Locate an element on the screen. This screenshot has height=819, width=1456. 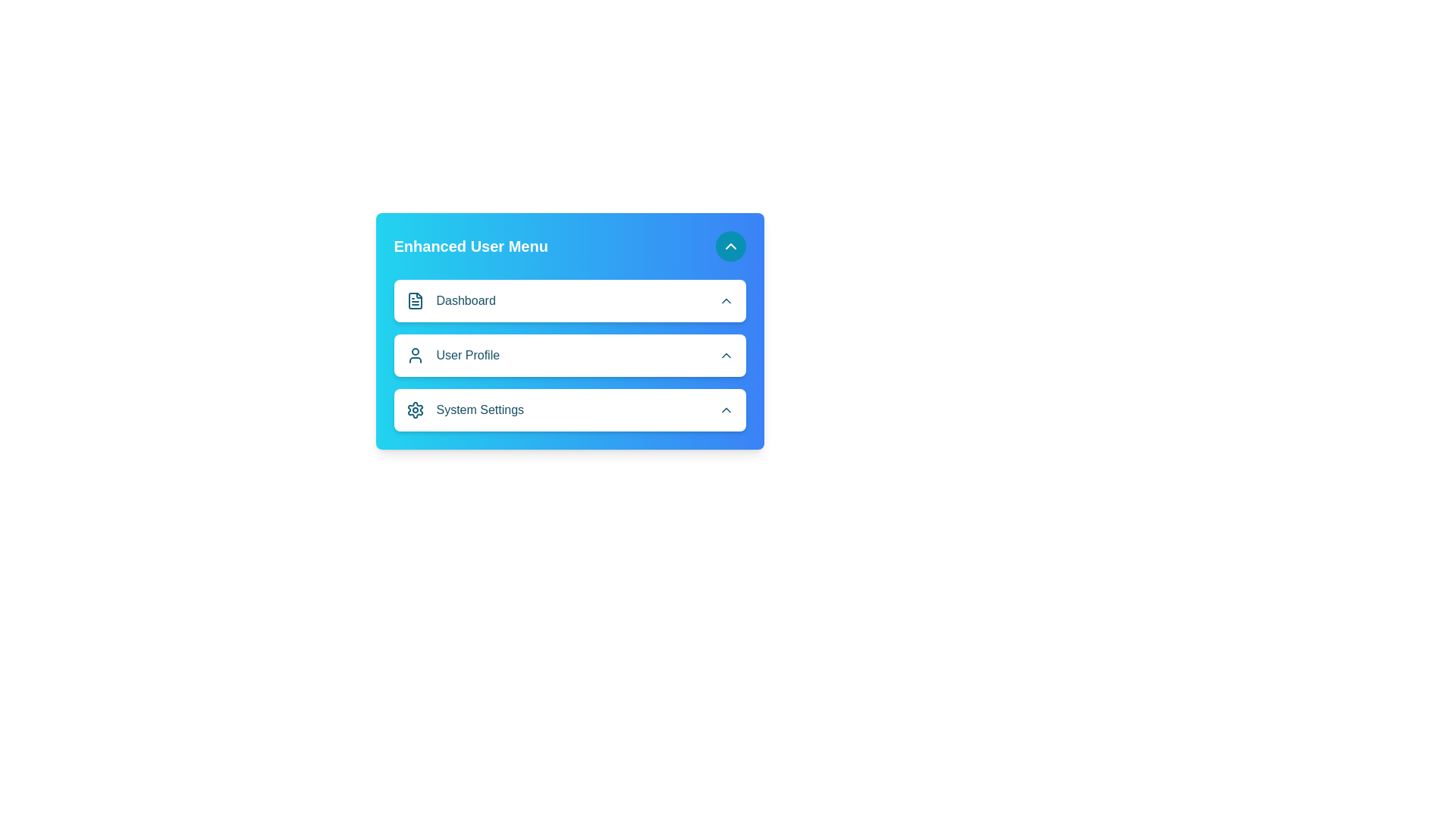
the Chevron up icon next to the Dashboard button is located at coordinates (725, 301).